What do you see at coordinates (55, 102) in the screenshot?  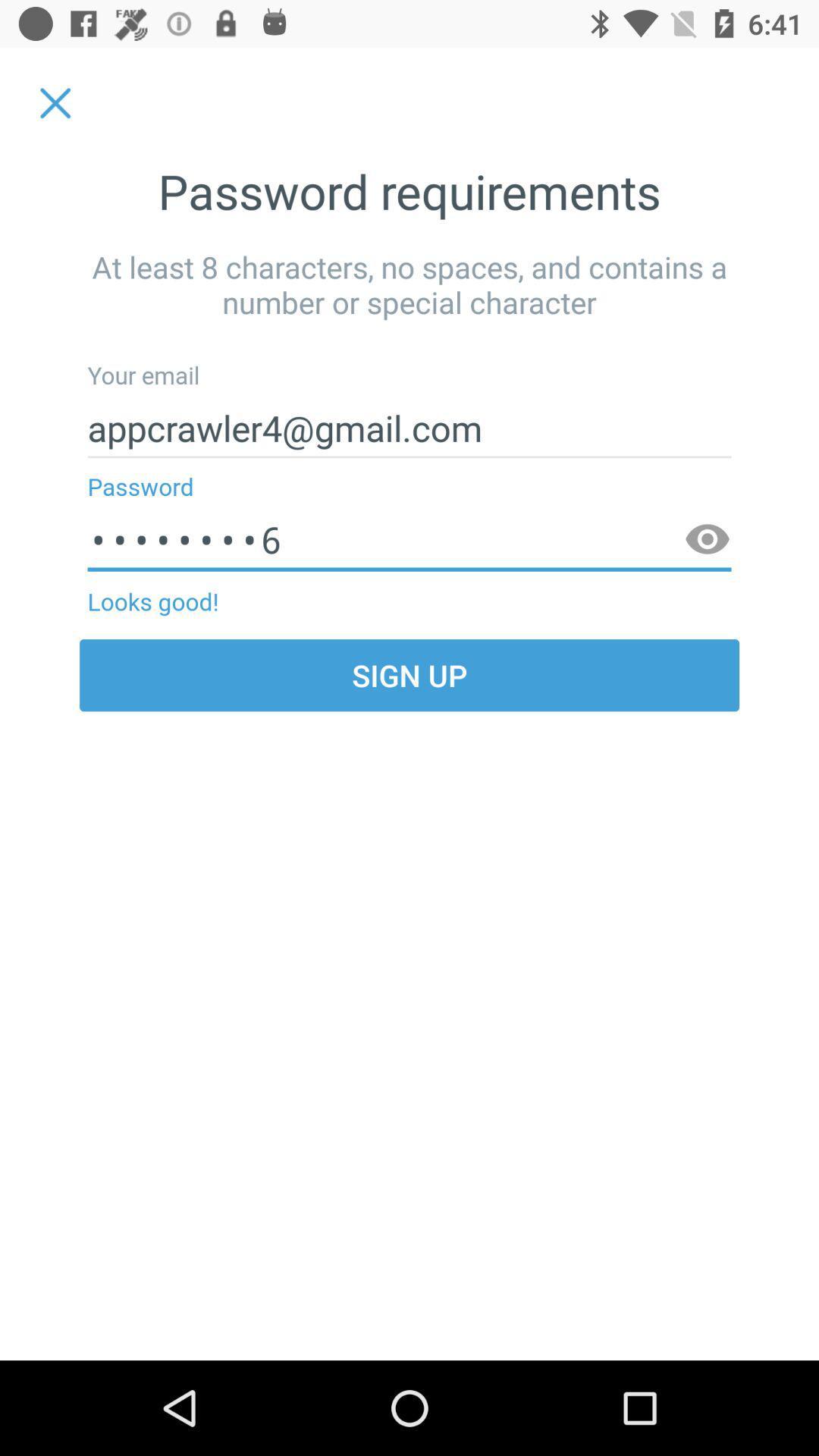 I see `the close icon` at bounding box center [55, 102].